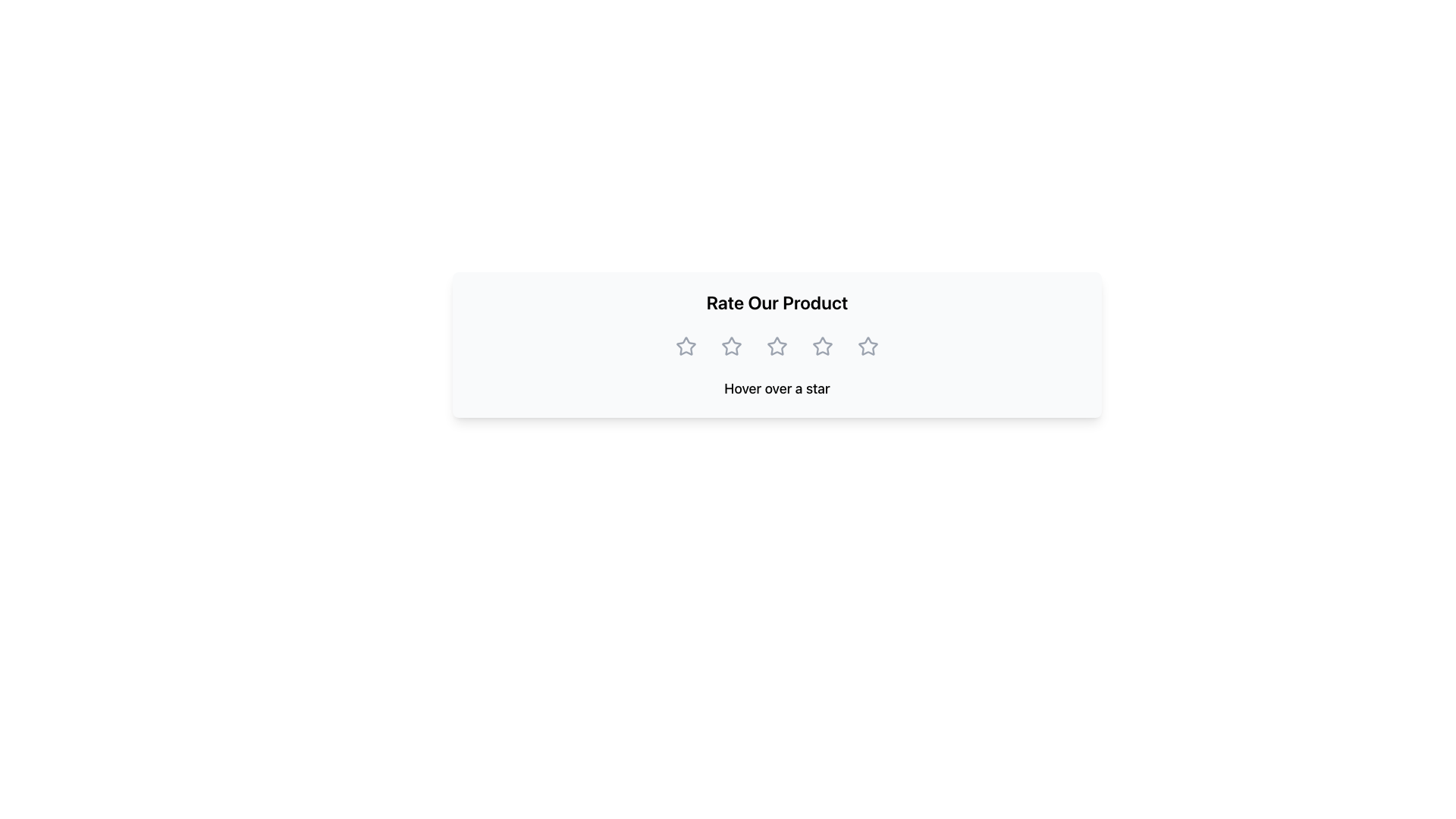 The image size is (1456, 819). Describe the element at coordinates (731, 345) in the screenshot. I see `the second star icon in the rating system` at that location.